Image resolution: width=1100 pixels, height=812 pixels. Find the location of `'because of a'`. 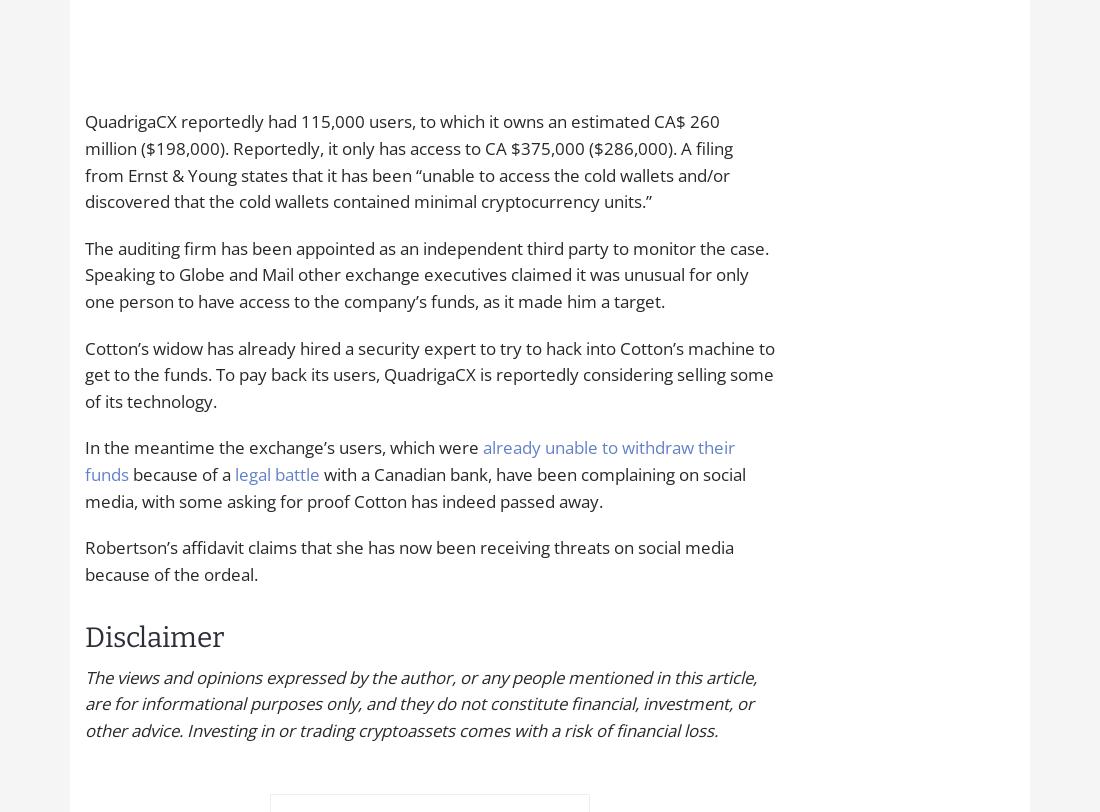

'because of a' is located at coordinates (181, 473).